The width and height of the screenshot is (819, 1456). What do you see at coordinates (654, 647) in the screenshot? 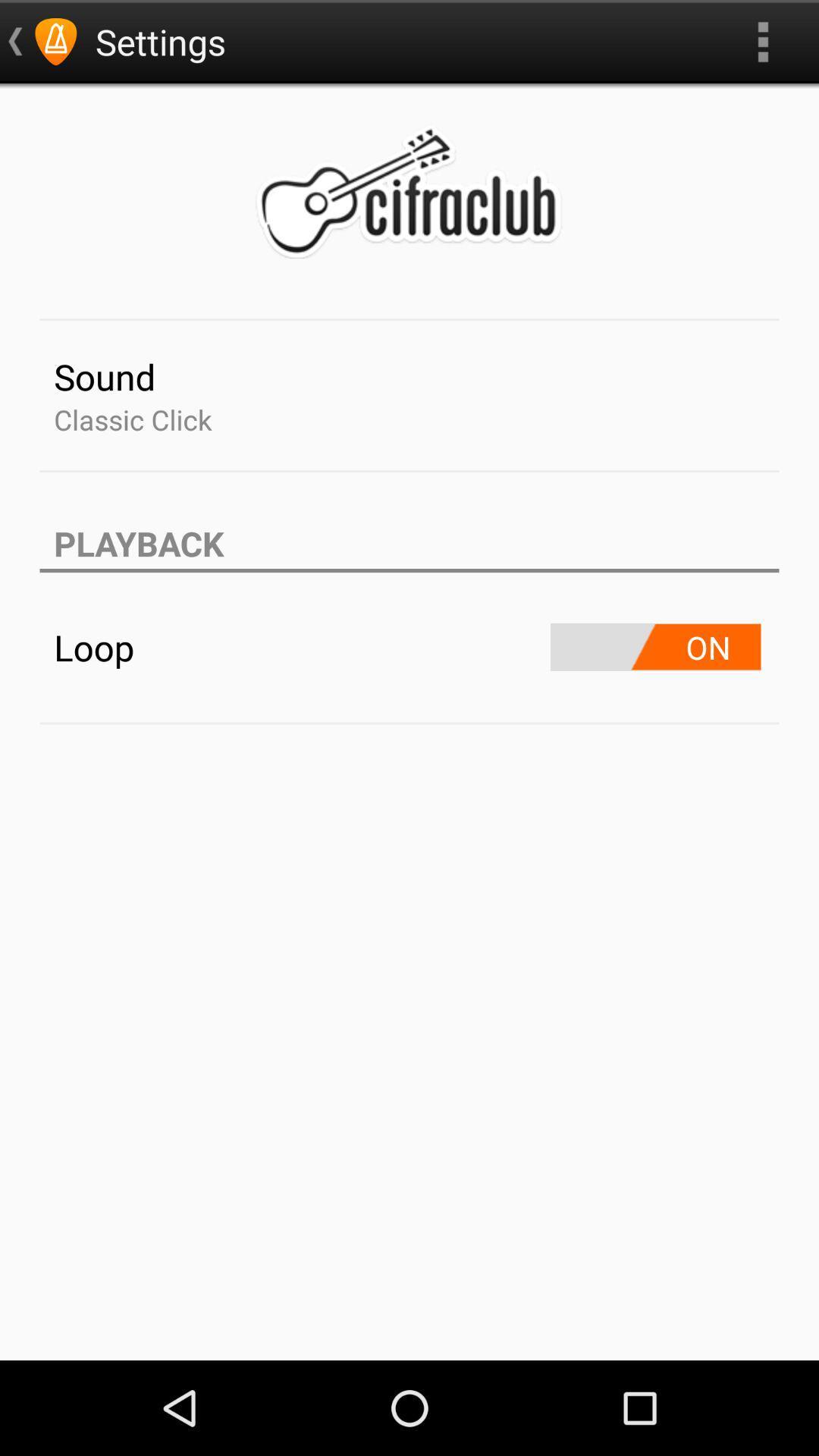
I see `loop` at bounding box center [654, 647].